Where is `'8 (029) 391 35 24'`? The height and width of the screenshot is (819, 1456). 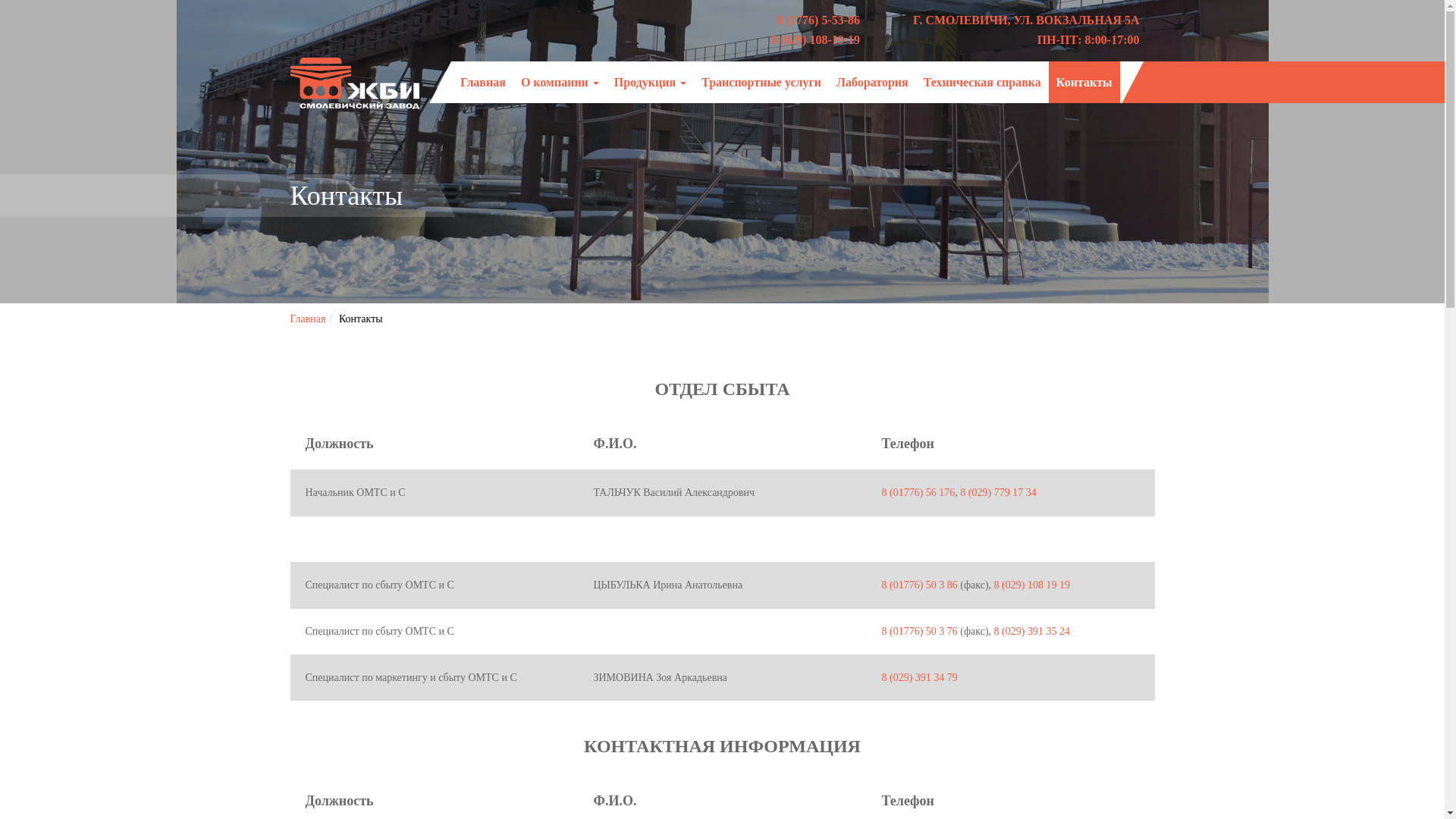
'8 (029) 391 35 24' is located at coordinates (1031, 631).